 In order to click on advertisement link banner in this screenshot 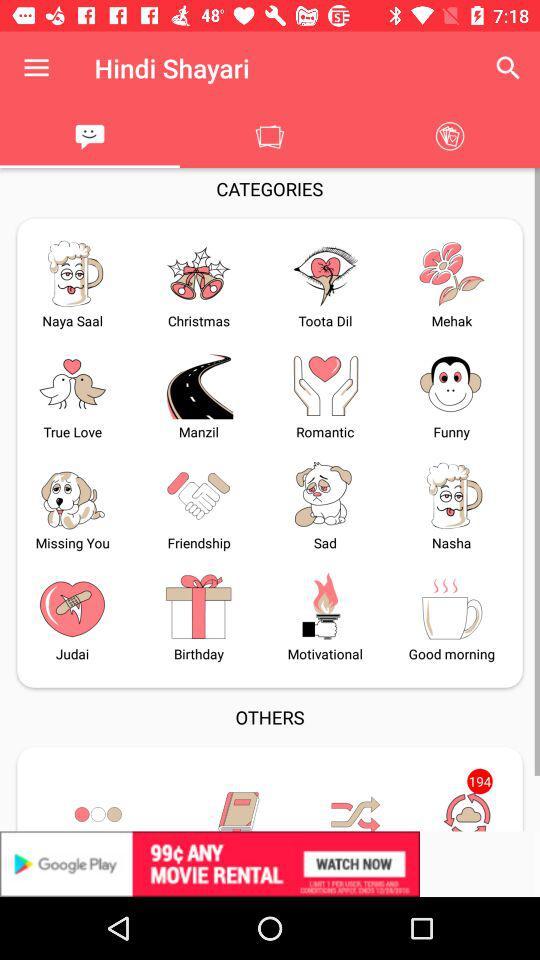, I will do `click(270, 863)`.